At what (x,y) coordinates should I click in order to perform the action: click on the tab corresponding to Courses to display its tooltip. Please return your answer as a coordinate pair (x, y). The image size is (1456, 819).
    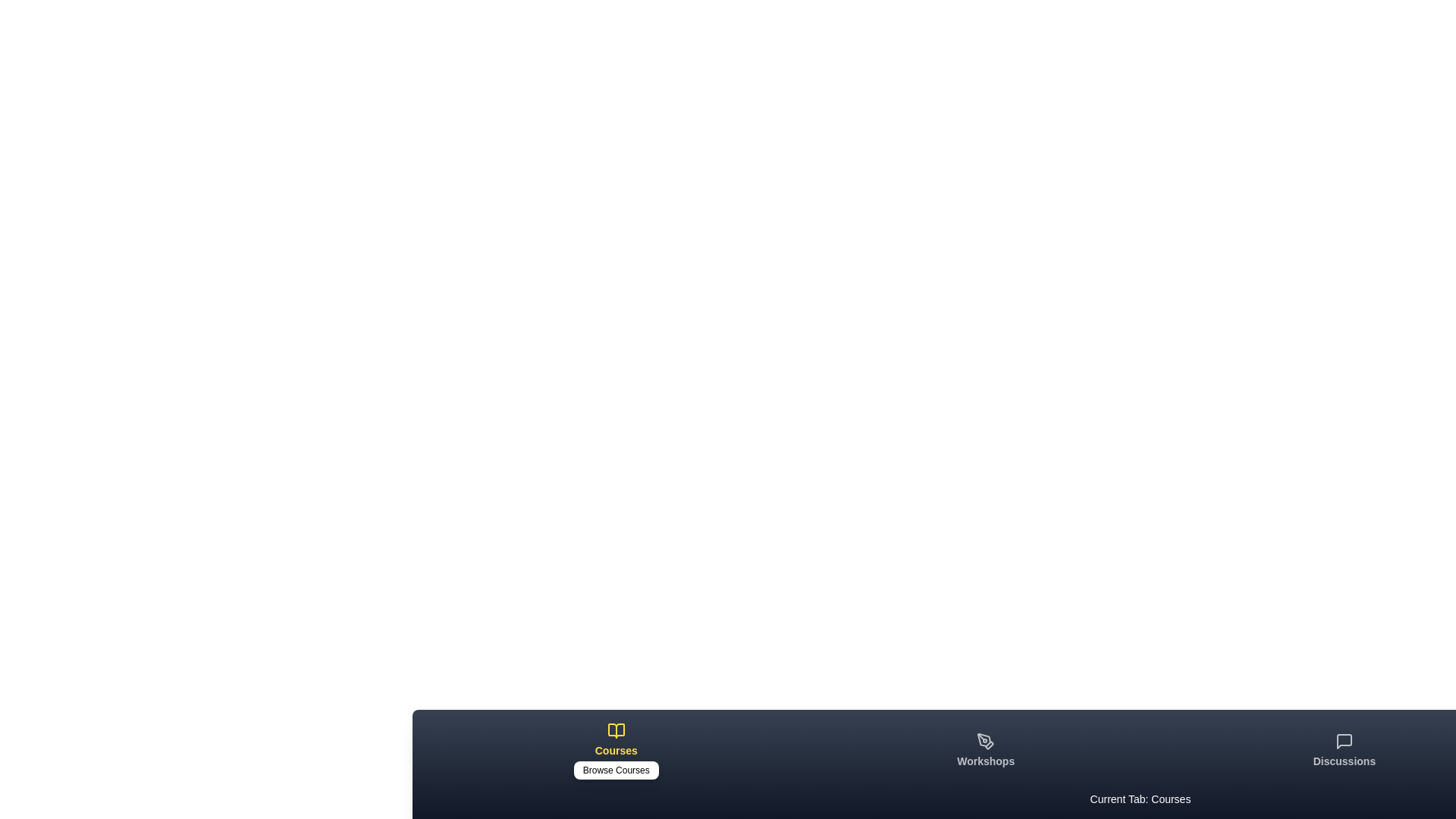
    Looking at the image, I should click on (616, 751).